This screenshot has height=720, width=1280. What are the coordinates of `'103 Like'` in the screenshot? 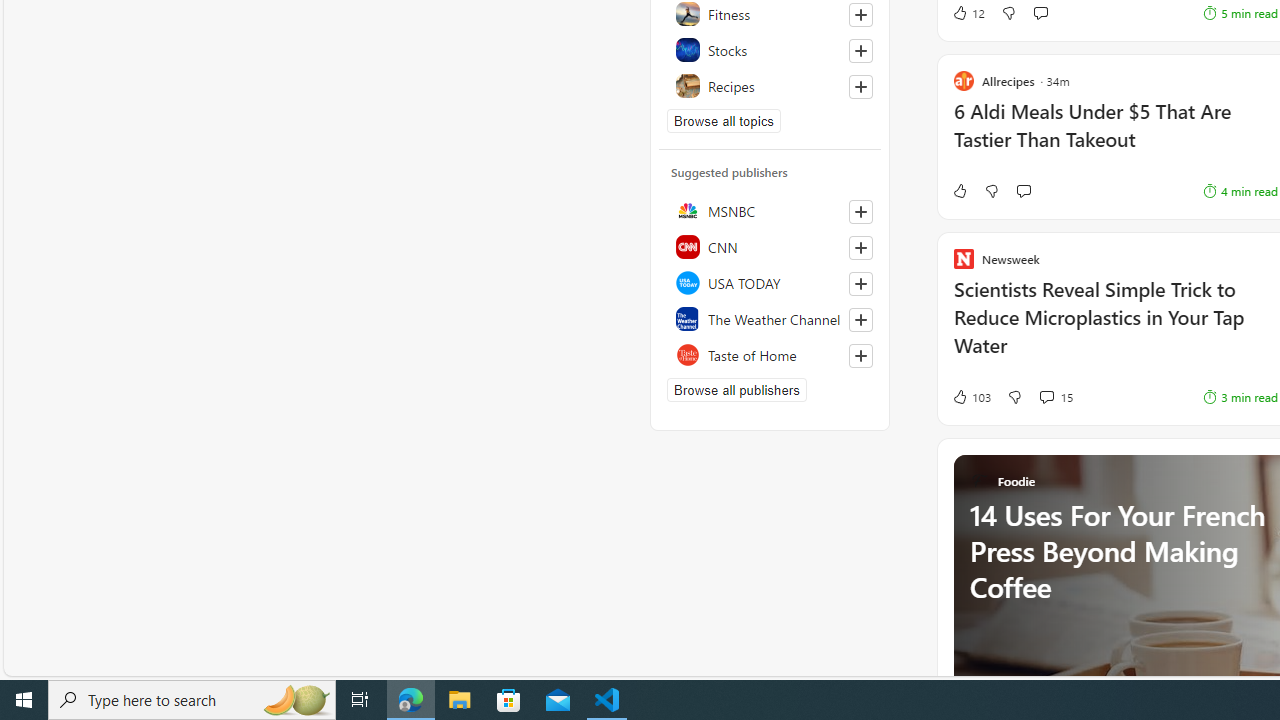 It's located at (970, 397).